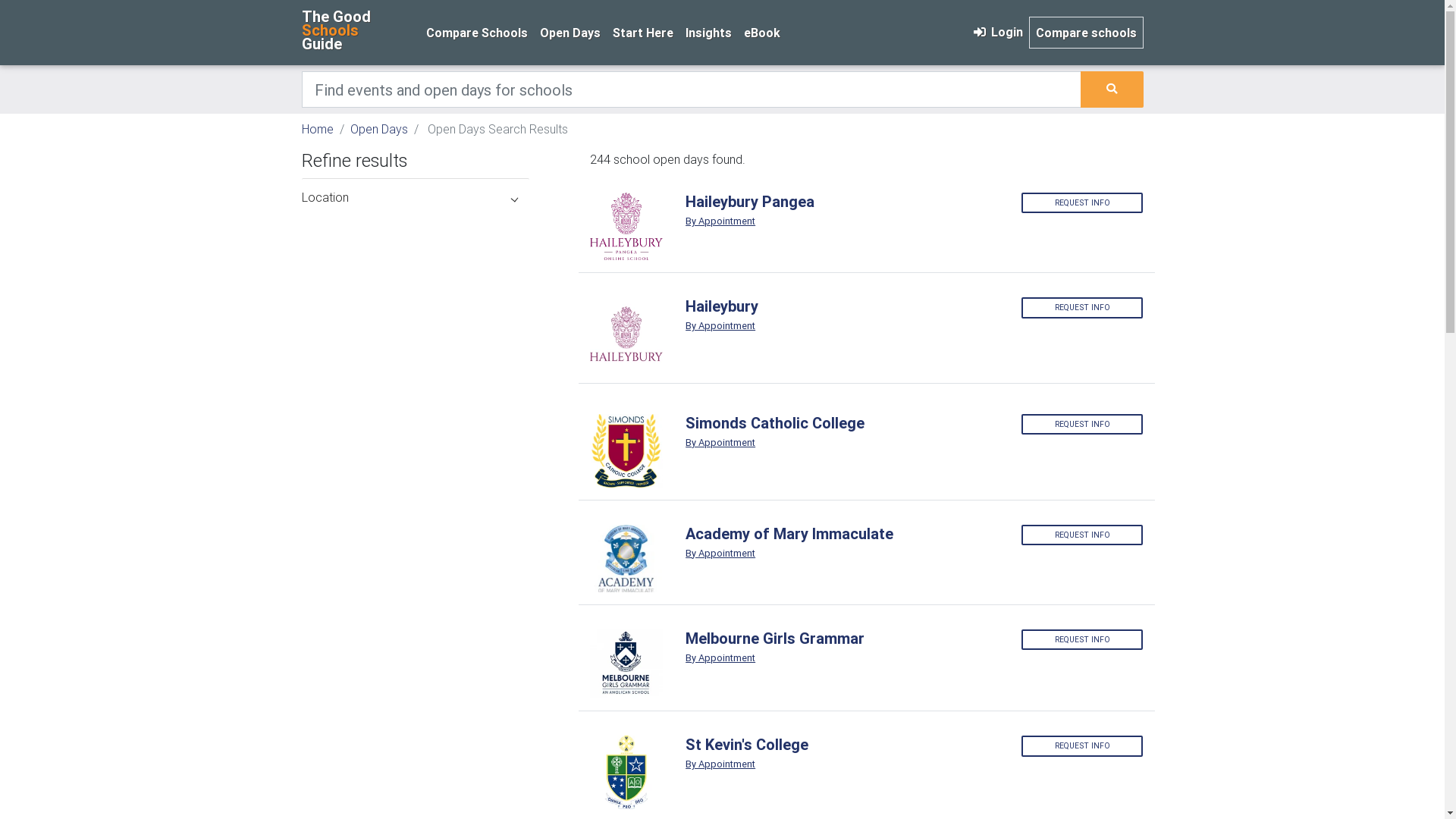  I want to click on 'Open Days', so click(570, 32).